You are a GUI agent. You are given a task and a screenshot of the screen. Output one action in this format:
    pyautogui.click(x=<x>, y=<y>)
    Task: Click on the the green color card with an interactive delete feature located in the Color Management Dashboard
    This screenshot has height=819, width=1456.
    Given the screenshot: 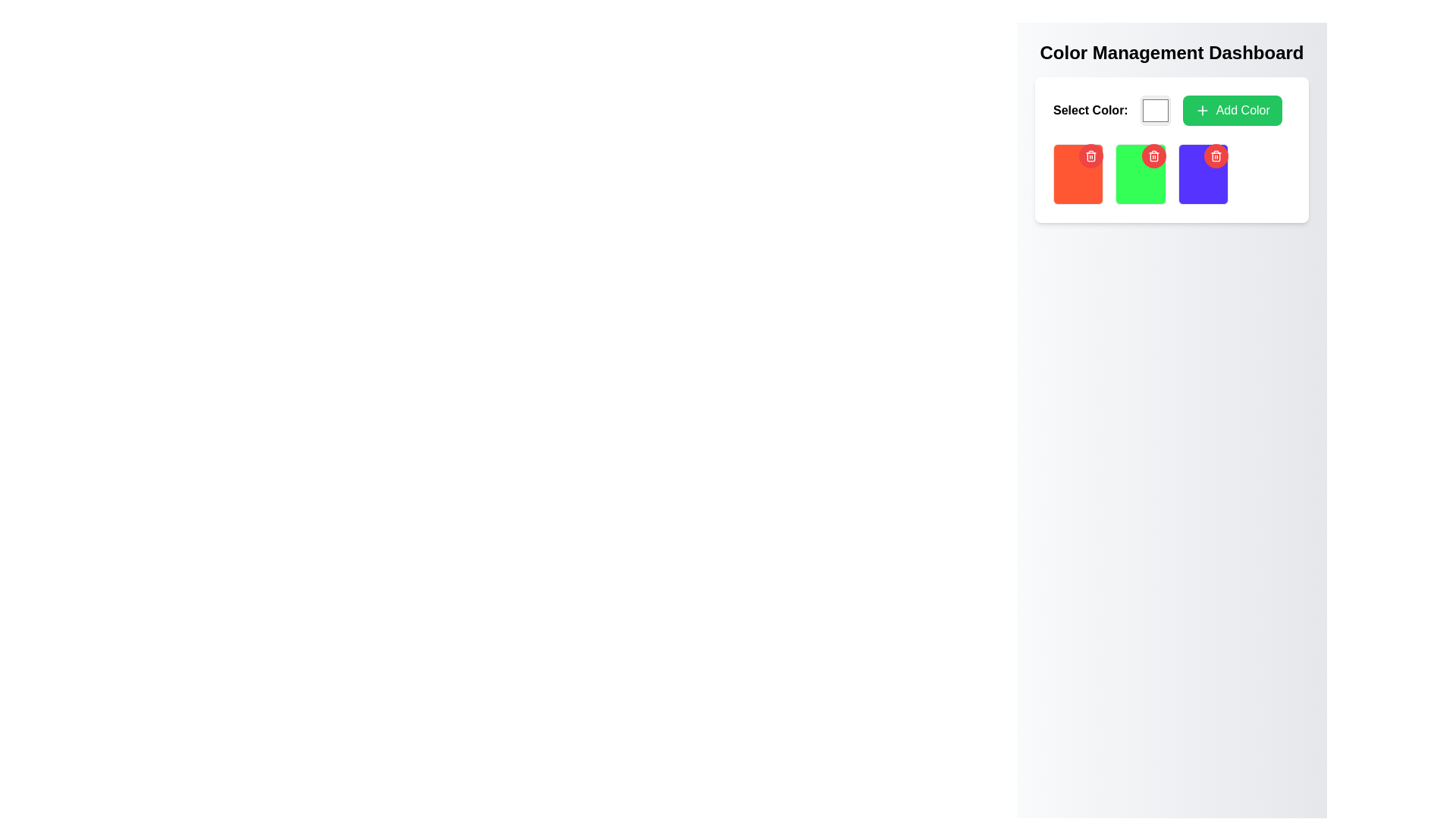 What is the action you would take?
    pyautogui.click(x=1171, y=149)
    